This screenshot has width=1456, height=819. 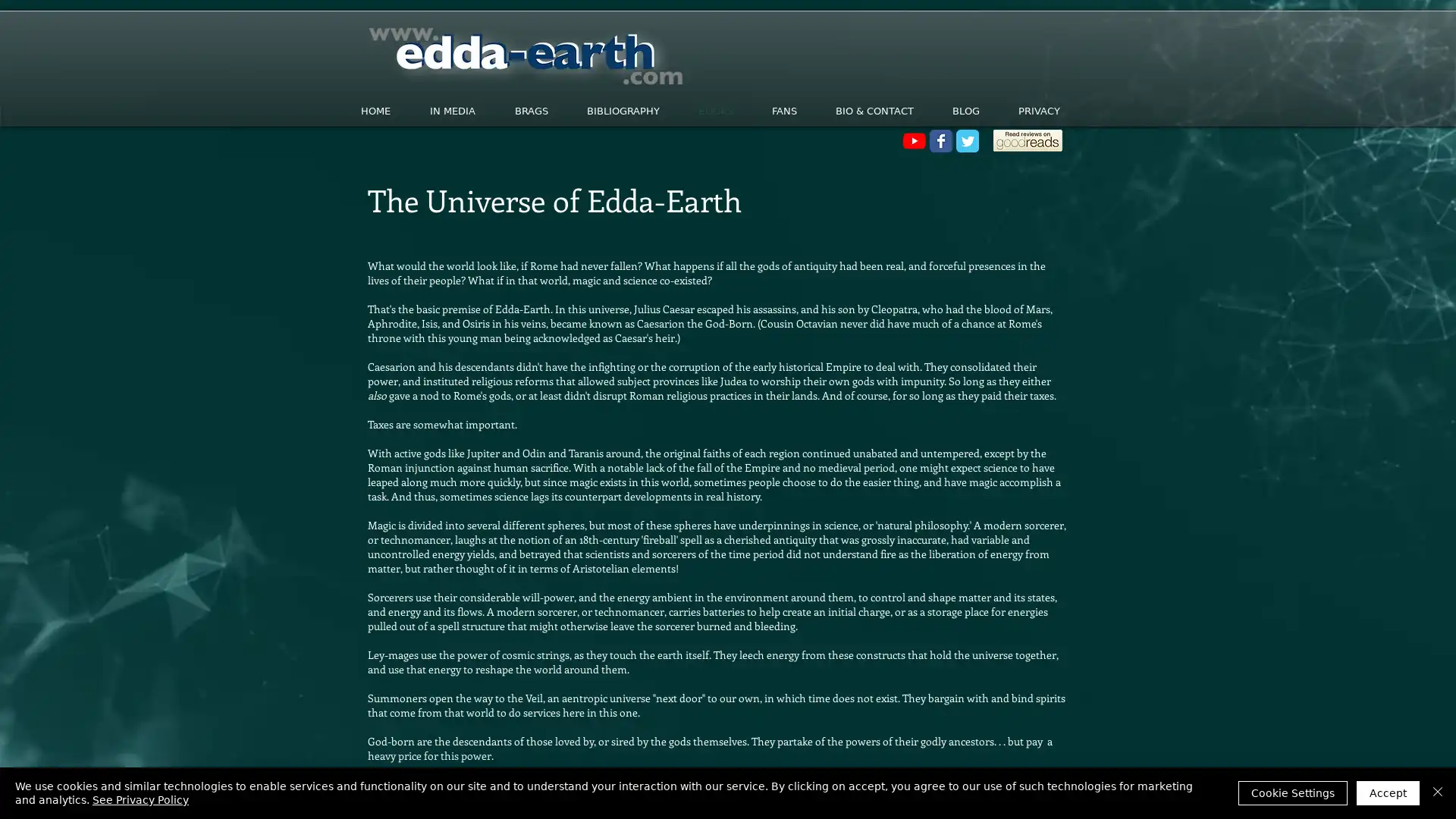 I want to click on Cookie Settings, so click(x=1291, y=792).